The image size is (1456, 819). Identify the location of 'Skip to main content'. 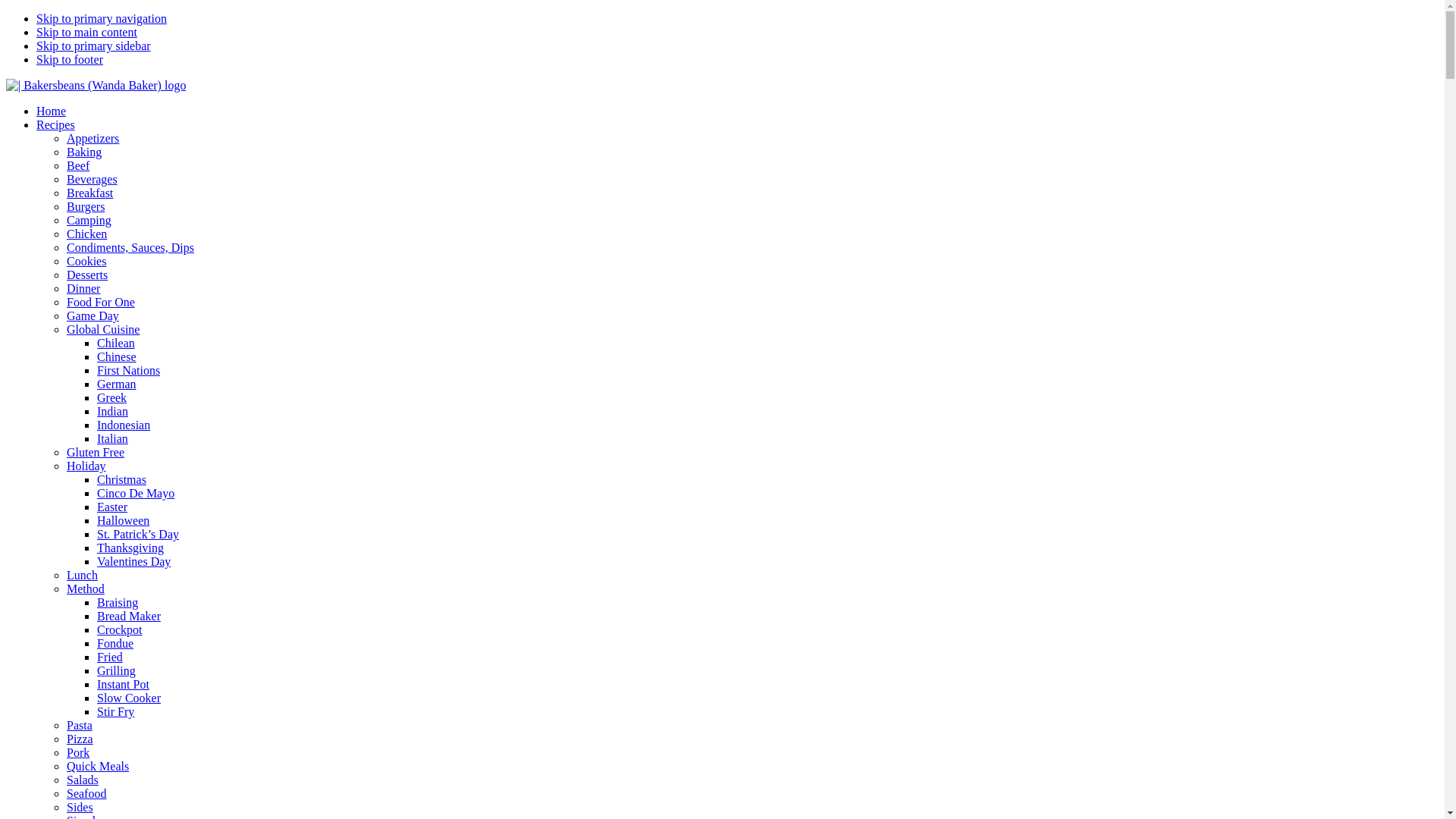
(86, 32).